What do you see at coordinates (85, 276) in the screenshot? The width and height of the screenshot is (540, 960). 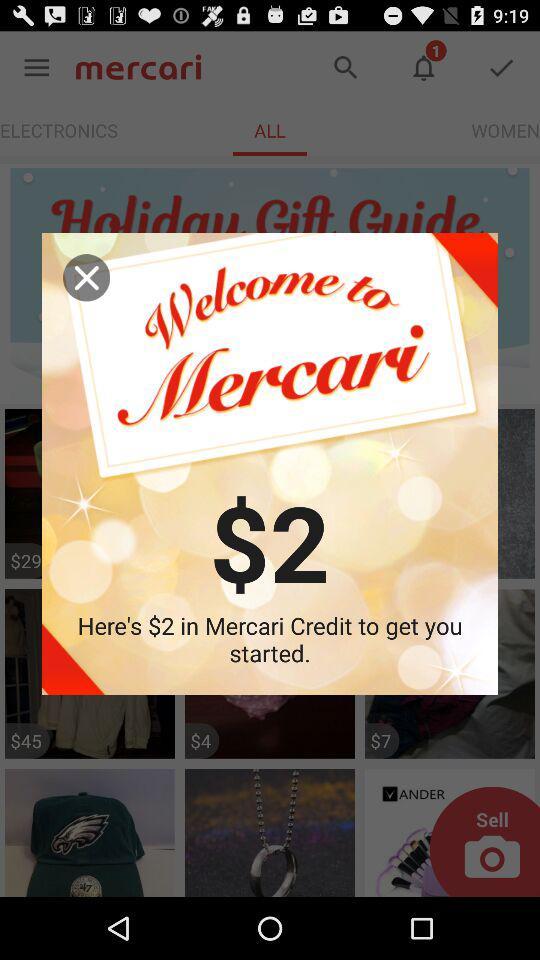 I see `pop up` at bounding box center [85, 276].